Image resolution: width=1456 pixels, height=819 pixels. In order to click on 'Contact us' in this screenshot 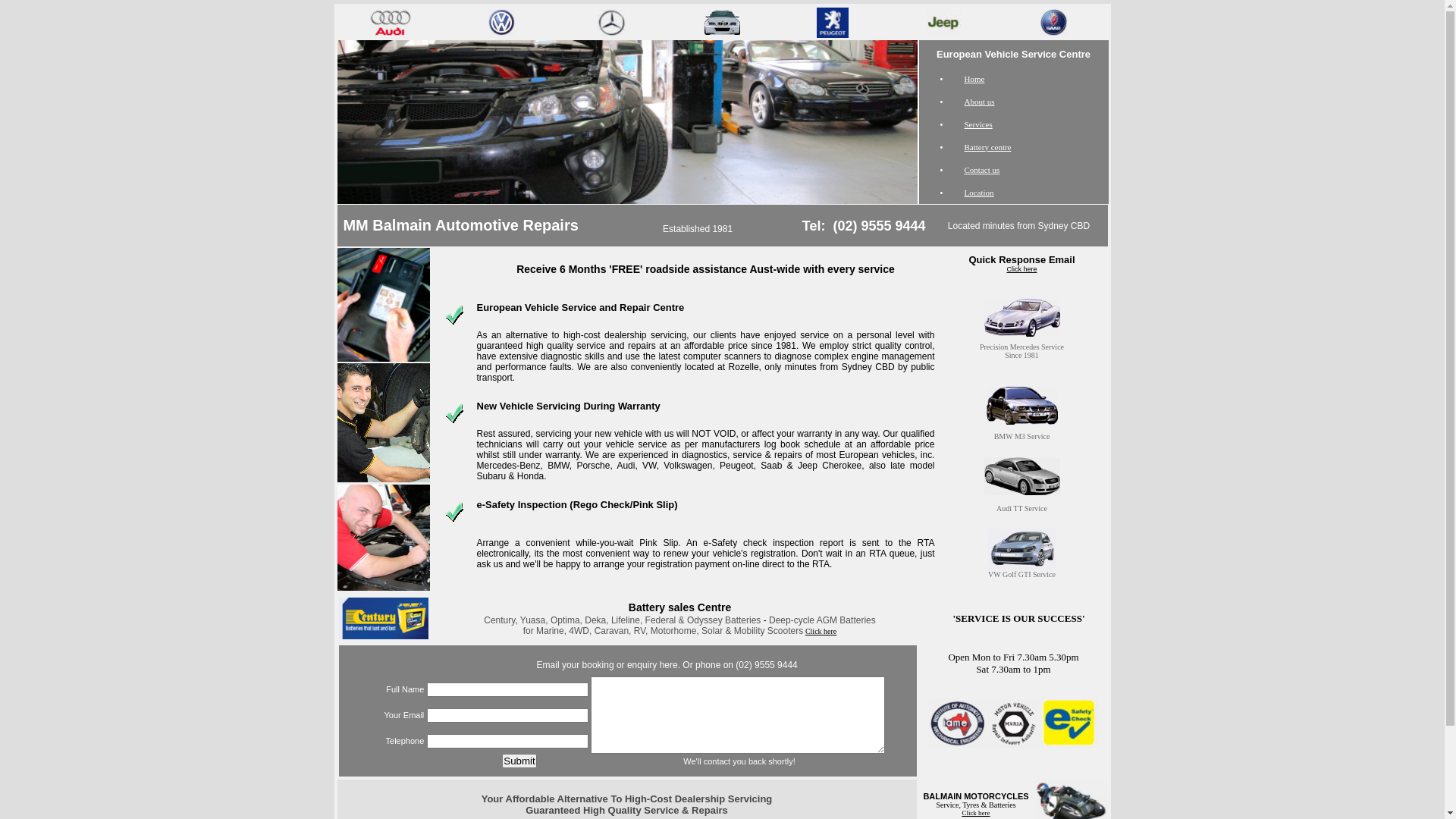, I will do `click(982, 169)`.